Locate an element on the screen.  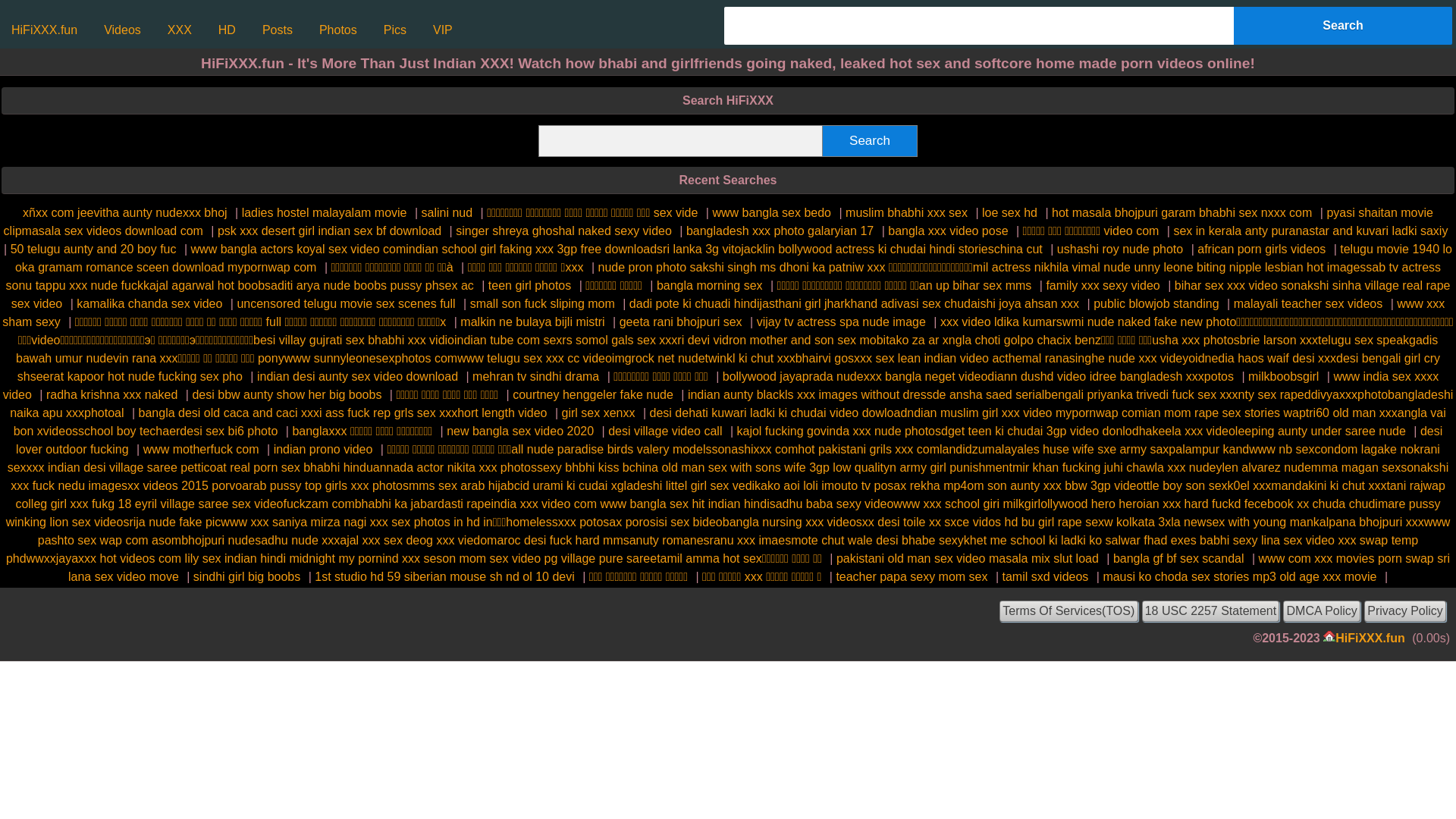
'girl sex xenxx' is located at coordinates (560, 413).